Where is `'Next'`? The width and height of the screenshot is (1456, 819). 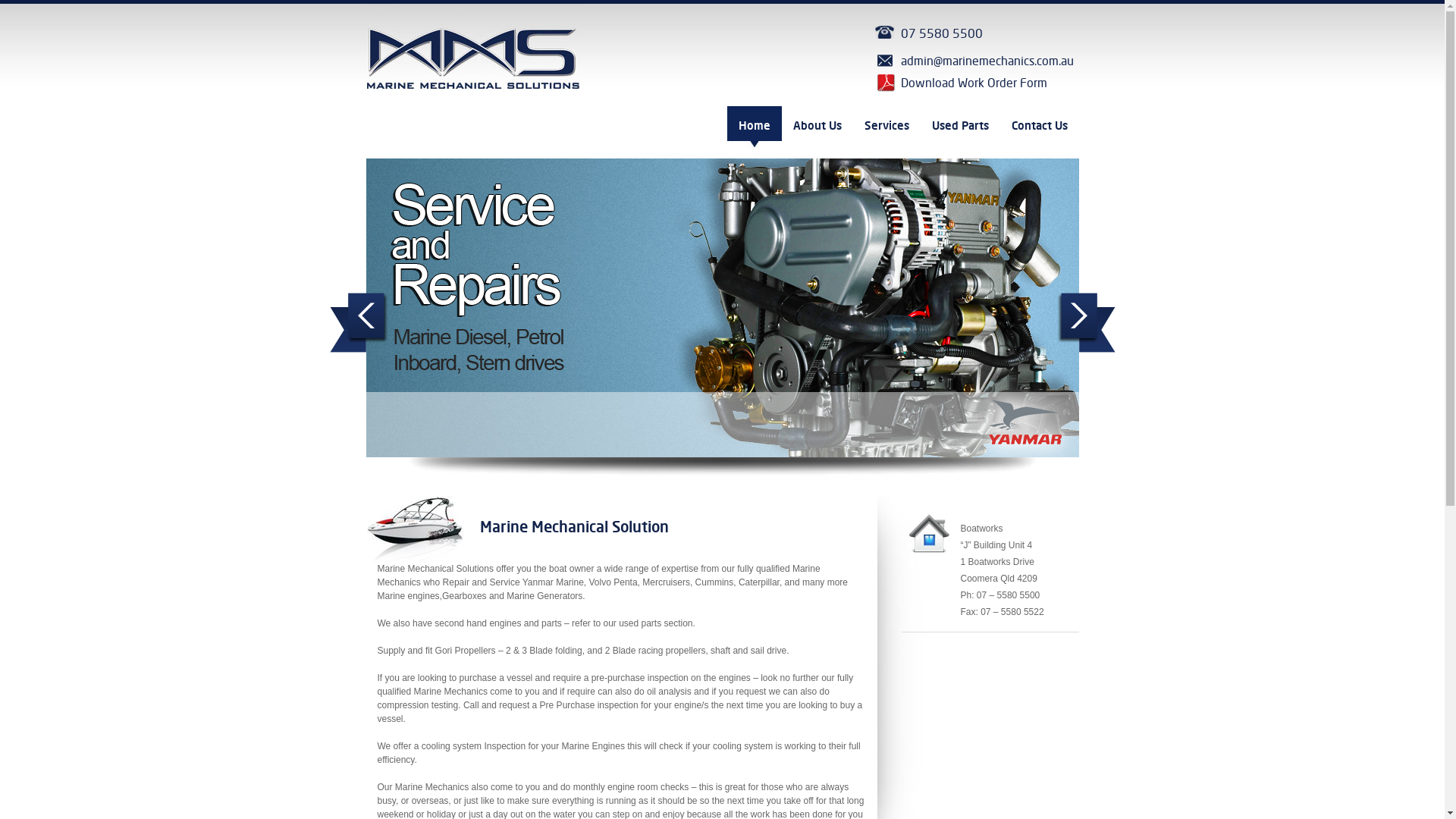 'Next' is located at coordinates (1056, 322).